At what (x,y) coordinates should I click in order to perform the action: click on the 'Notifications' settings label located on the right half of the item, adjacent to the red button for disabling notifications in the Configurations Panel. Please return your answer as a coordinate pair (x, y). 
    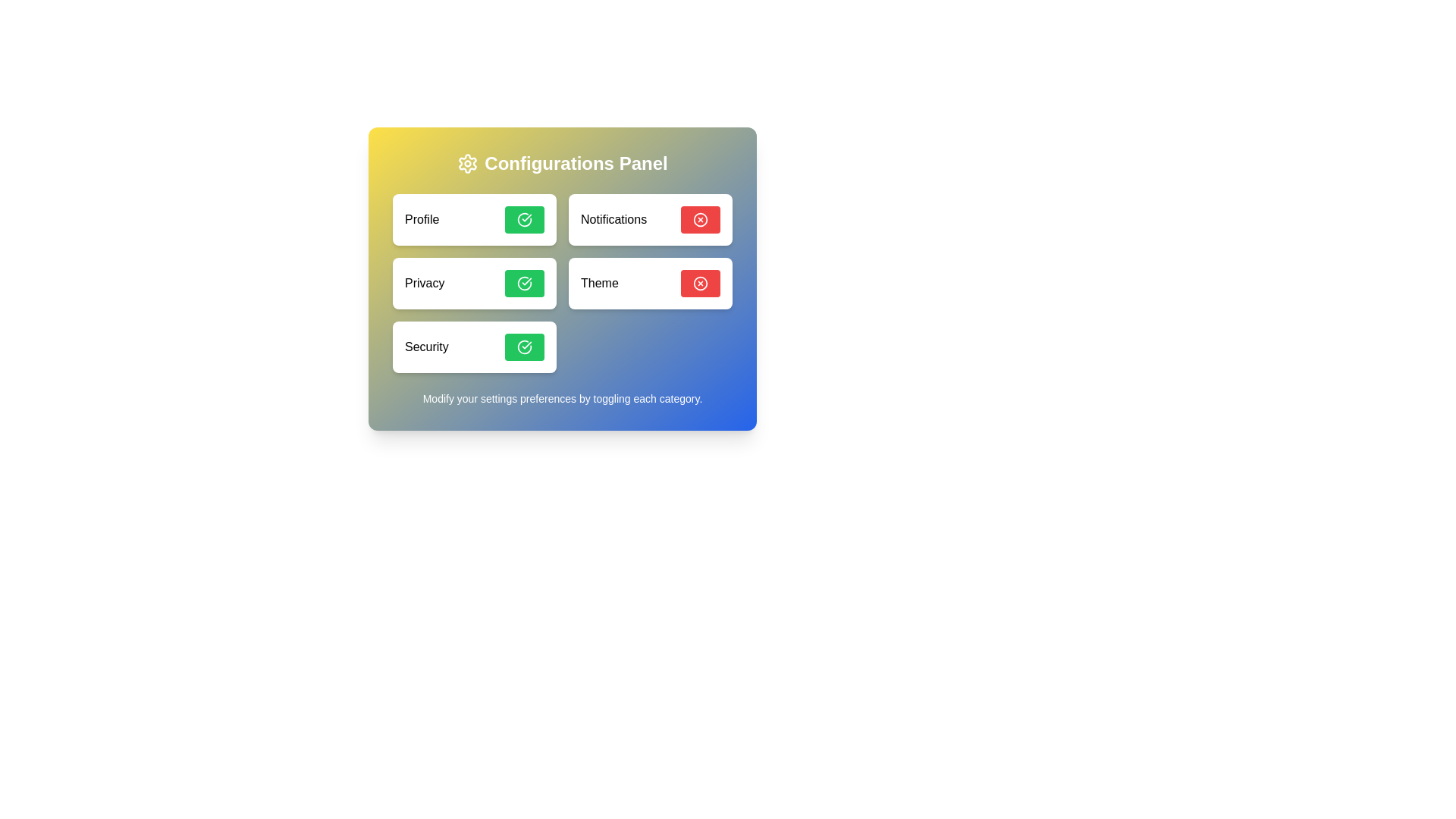
    Looking at the image, I should click on (613, 219).